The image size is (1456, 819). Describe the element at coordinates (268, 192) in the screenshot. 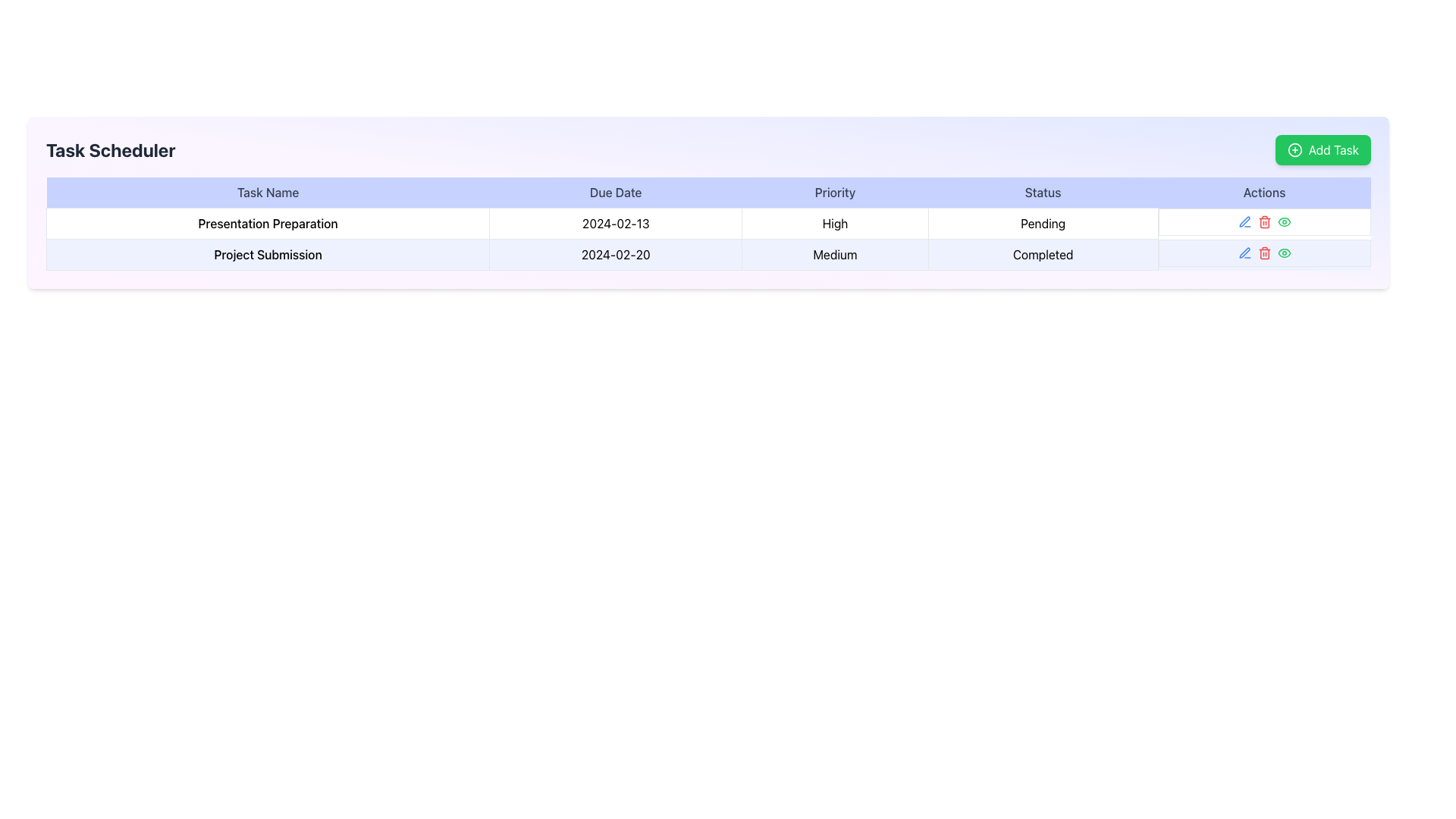

I see `the Text Label that serves as a header for the 'Task Name' column in the table` at that location.